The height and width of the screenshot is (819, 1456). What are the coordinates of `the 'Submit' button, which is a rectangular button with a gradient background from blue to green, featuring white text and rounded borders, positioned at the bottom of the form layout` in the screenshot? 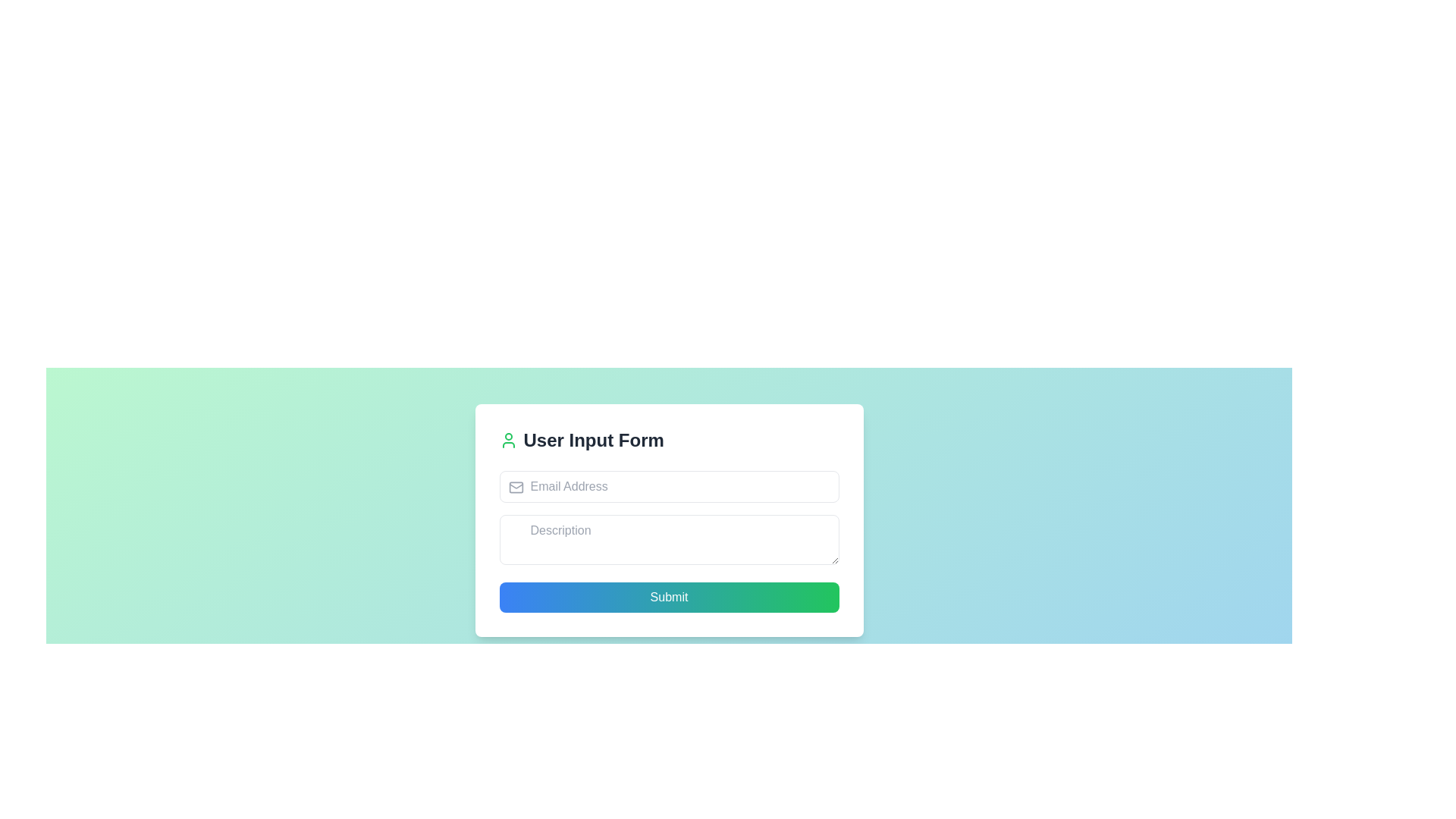 It's located at (668, 596).